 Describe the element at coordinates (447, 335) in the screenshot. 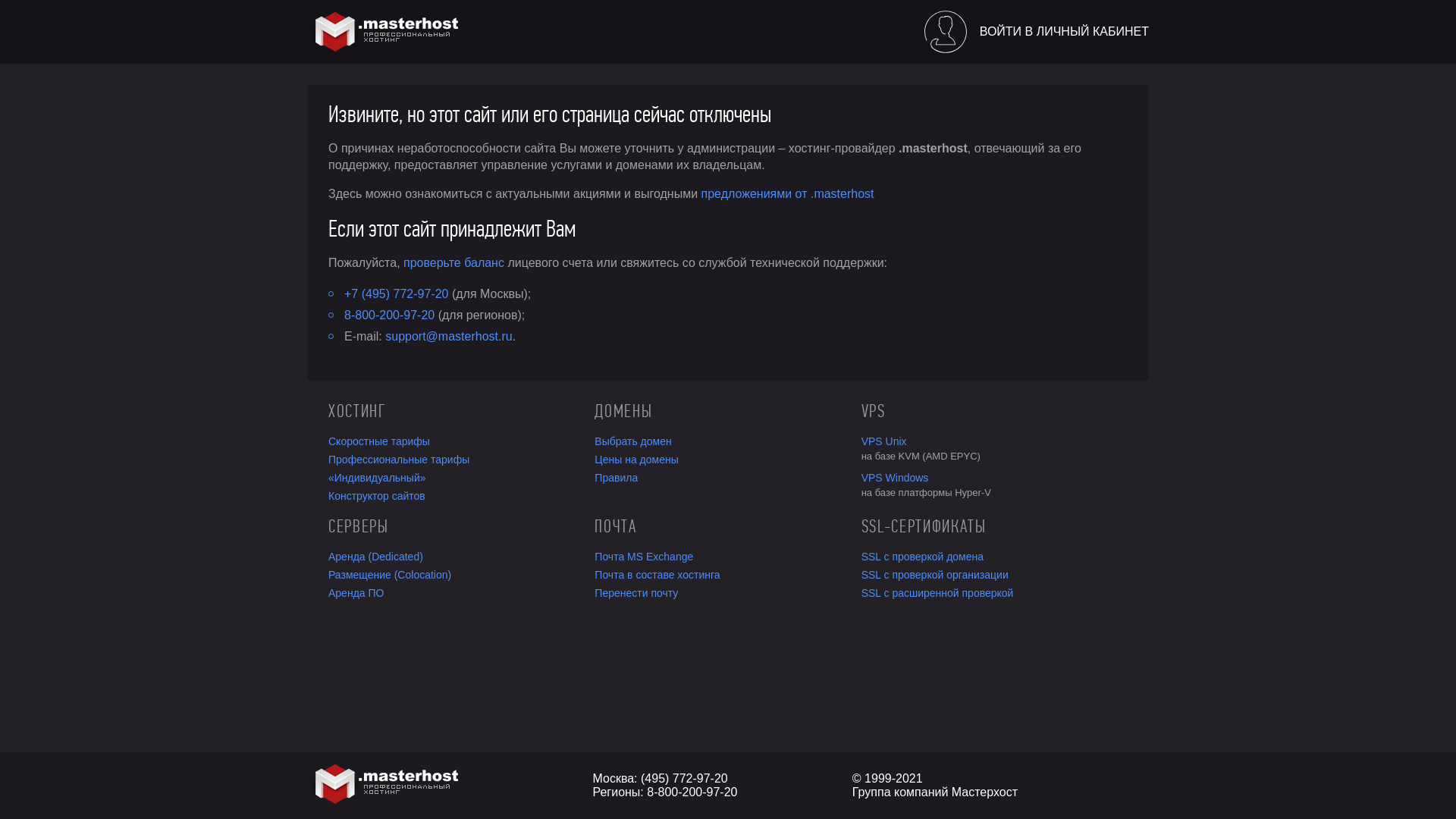

I see `'support@masterhost.ru'` at that location.